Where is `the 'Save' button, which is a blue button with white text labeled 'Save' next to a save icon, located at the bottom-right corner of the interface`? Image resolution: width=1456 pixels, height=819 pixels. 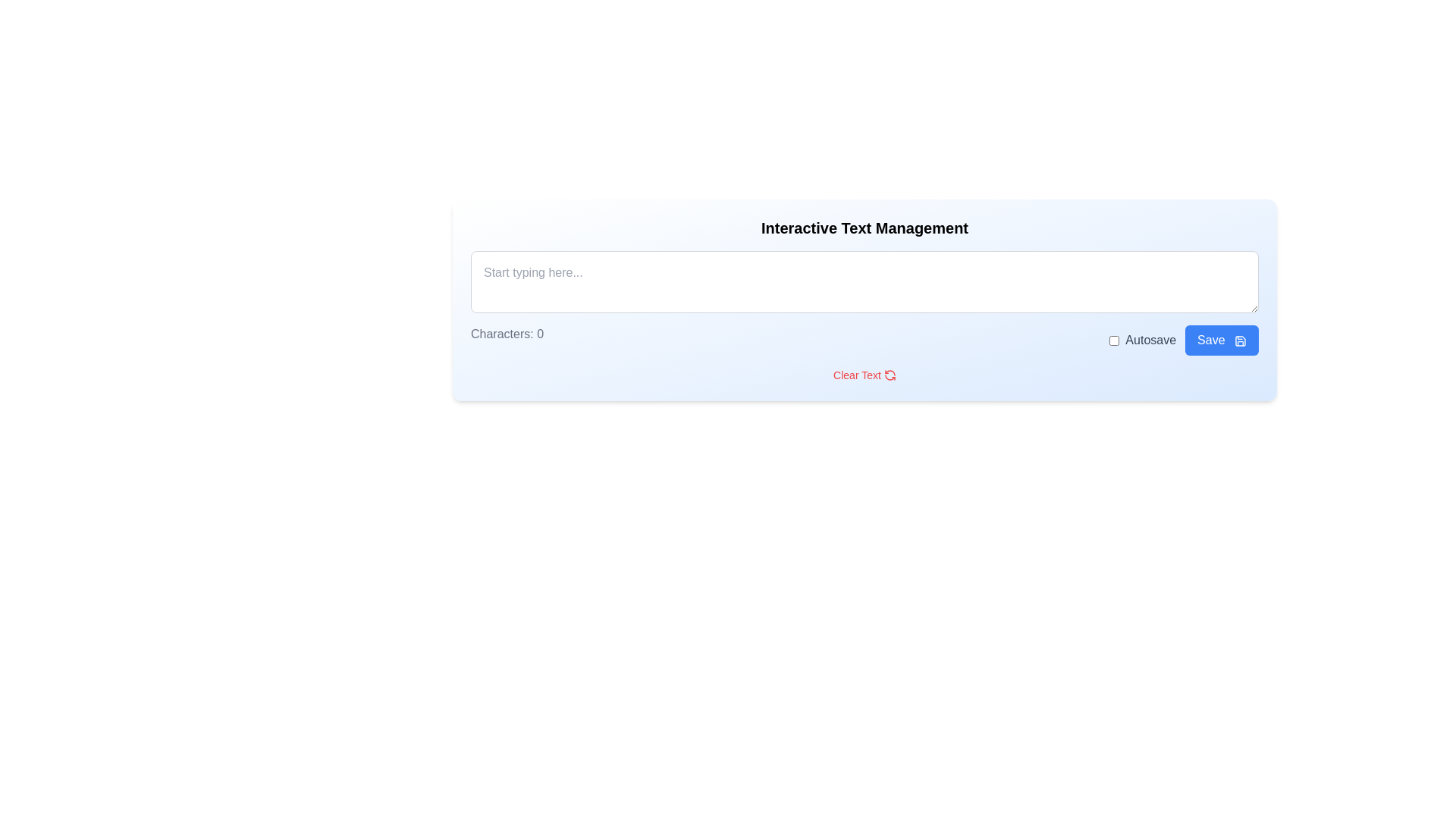
the 'Save' button, which is a blue button with white text labeled 'Save' next to a save icon, located at the bottom-right corner of the interface is located at coordinates (1183, 339).